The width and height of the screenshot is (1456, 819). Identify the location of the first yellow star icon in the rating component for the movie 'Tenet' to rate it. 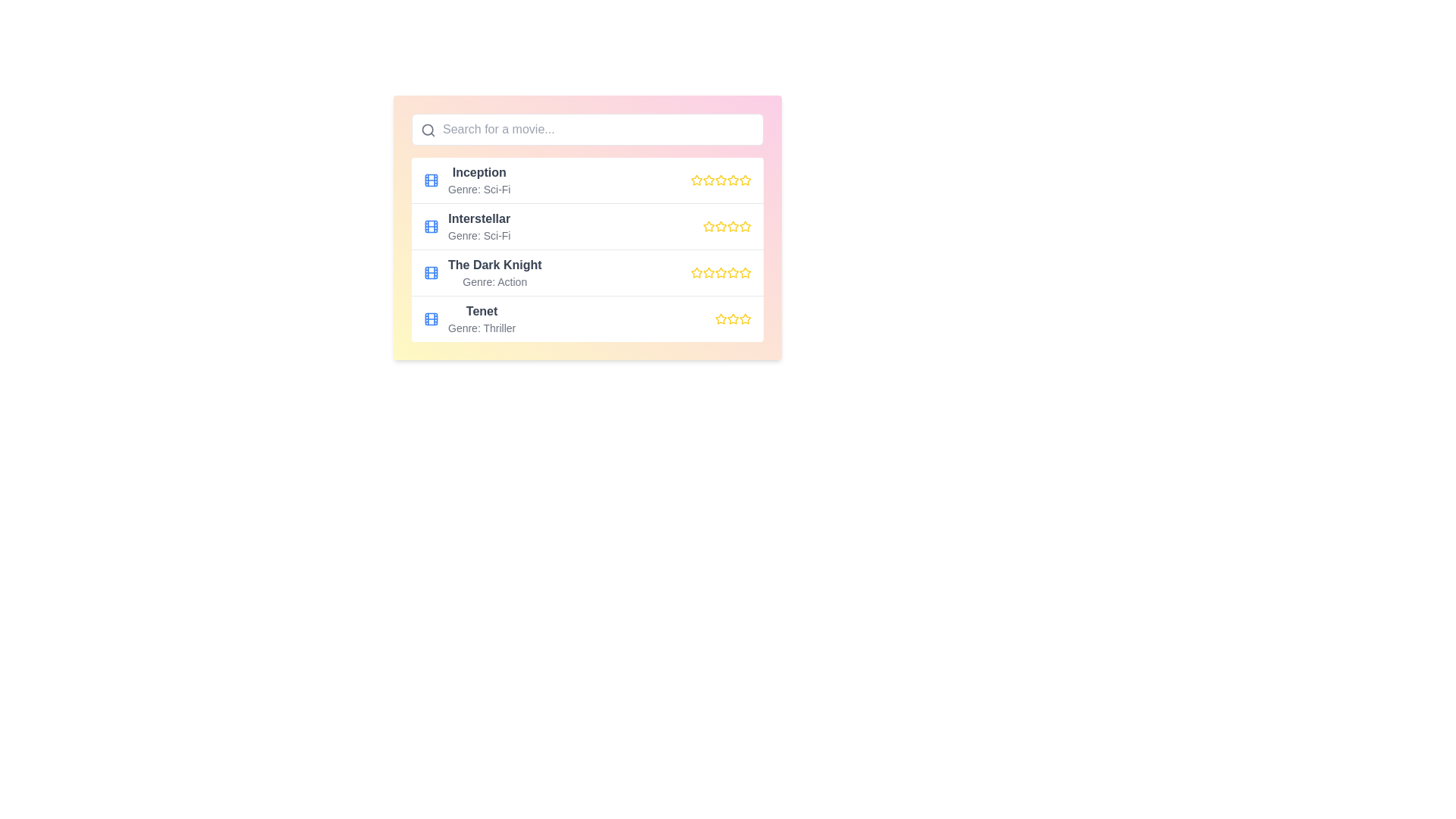
(720, 318).